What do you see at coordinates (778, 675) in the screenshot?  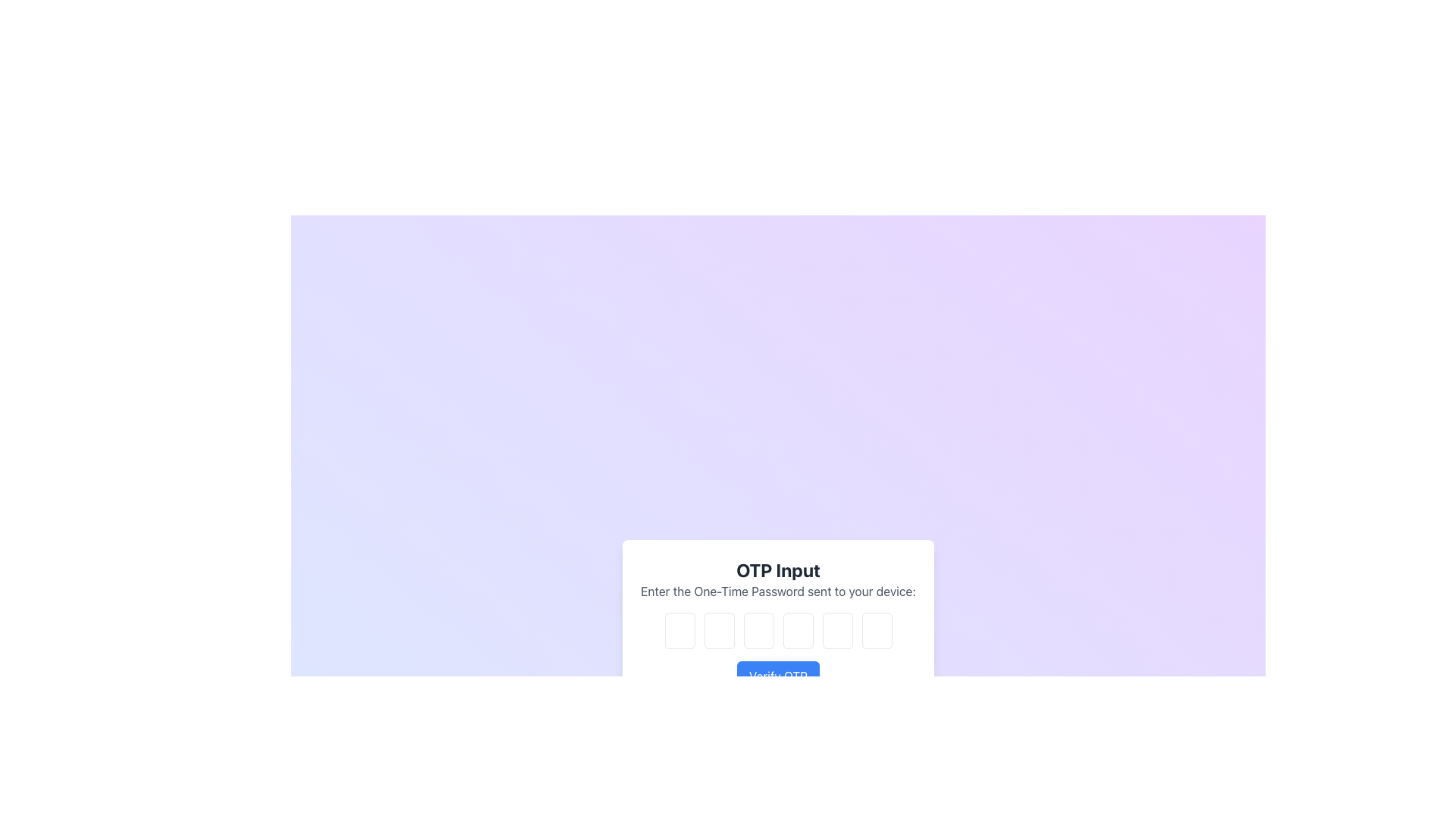 I see `the 'Verify OTP' button with a blue background and white text, located at the bottom of the OTP input form card` at bounding box center [778, 675].